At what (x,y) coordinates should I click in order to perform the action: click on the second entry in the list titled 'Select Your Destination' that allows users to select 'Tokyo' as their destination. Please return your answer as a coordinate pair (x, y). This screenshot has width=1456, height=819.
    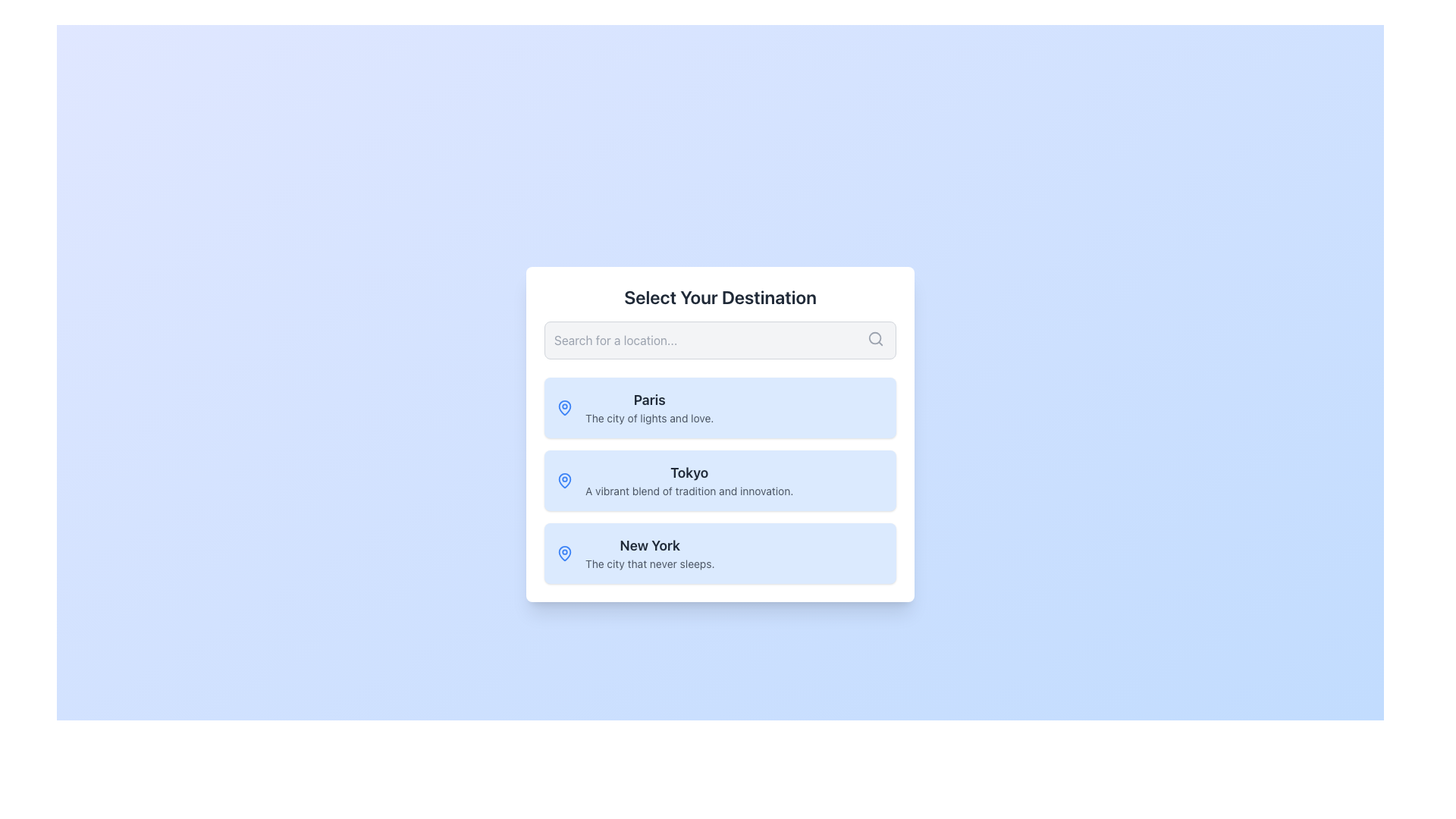
    Looking at the image, I should click on (720, 480).